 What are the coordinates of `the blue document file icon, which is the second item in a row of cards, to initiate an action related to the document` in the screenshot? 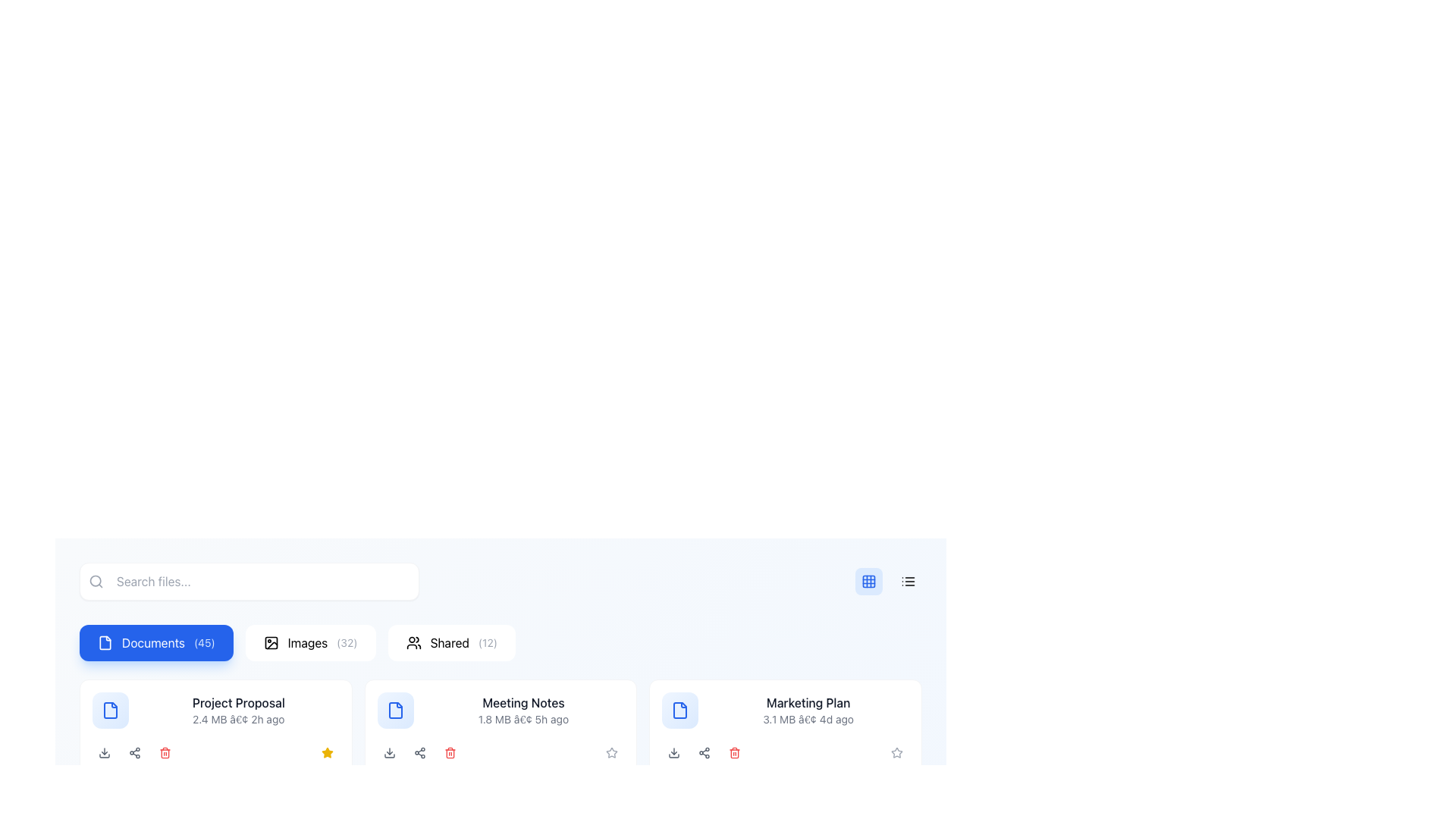 It's located at (395, 711).